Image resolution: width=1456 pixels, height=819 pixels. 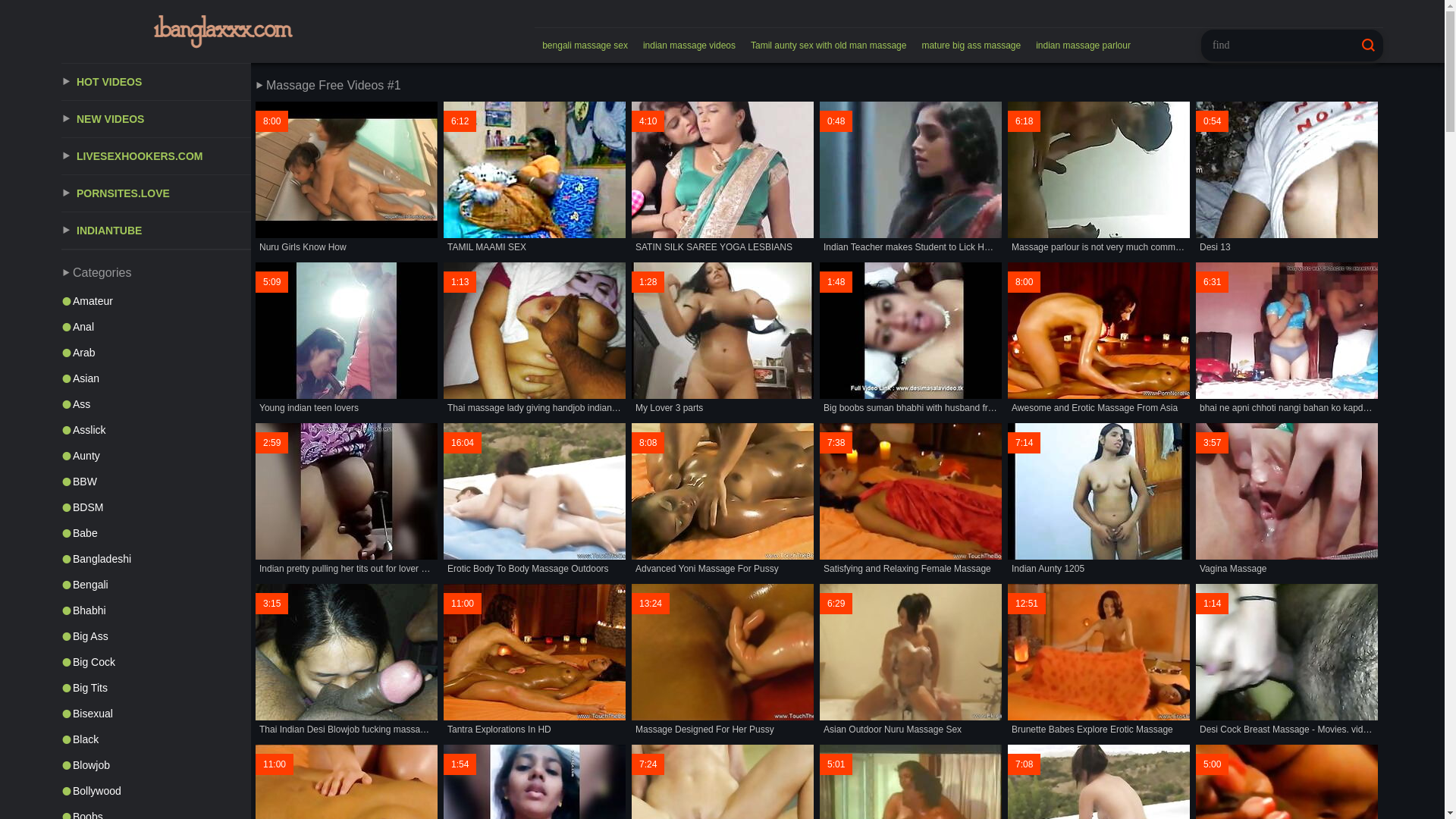 What do you see at coordinates (156, 661) in the screenshot?
I see `'Big Cock'` at bounding box center [156, 661].